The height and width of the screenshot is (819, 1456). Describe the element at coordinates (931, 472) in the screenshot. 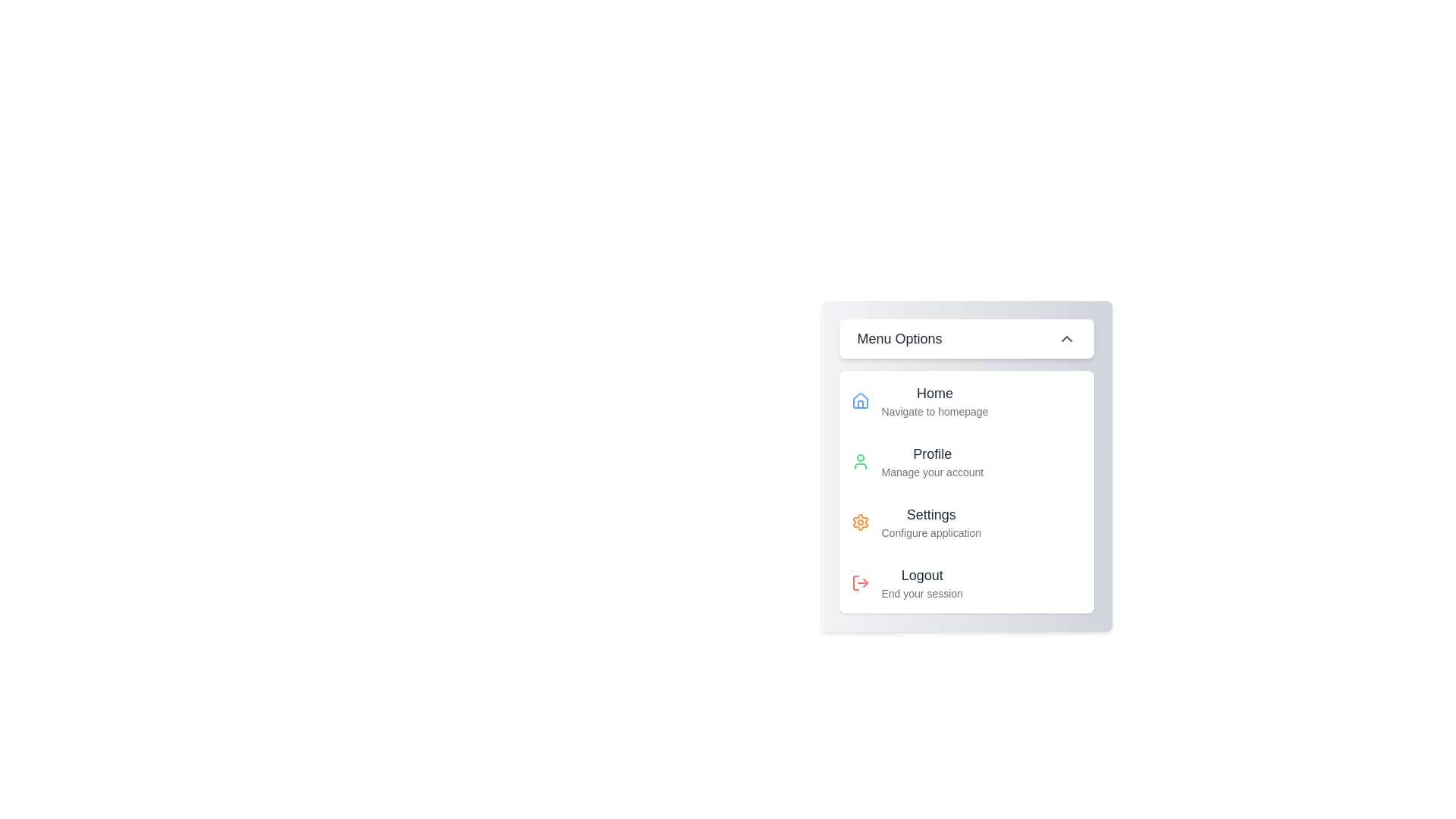

I see `the small gray text label that reads 'Manage your account', positioned beneath the 'Profile' label in the vertical menu layout` at that location.